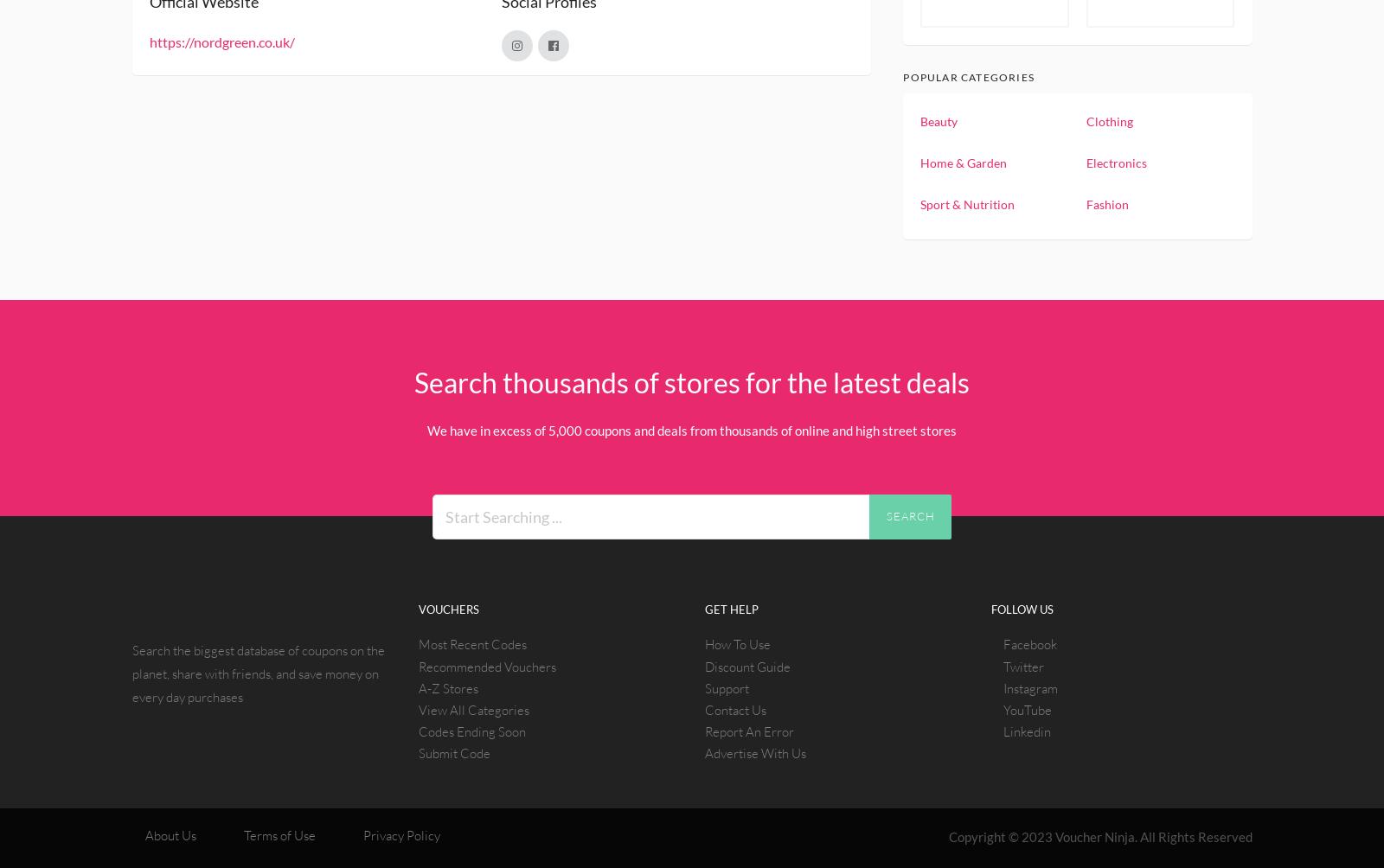 The width and height of the screenshot is (1384, 868). I want to click on 'Search', so click(910, 515).